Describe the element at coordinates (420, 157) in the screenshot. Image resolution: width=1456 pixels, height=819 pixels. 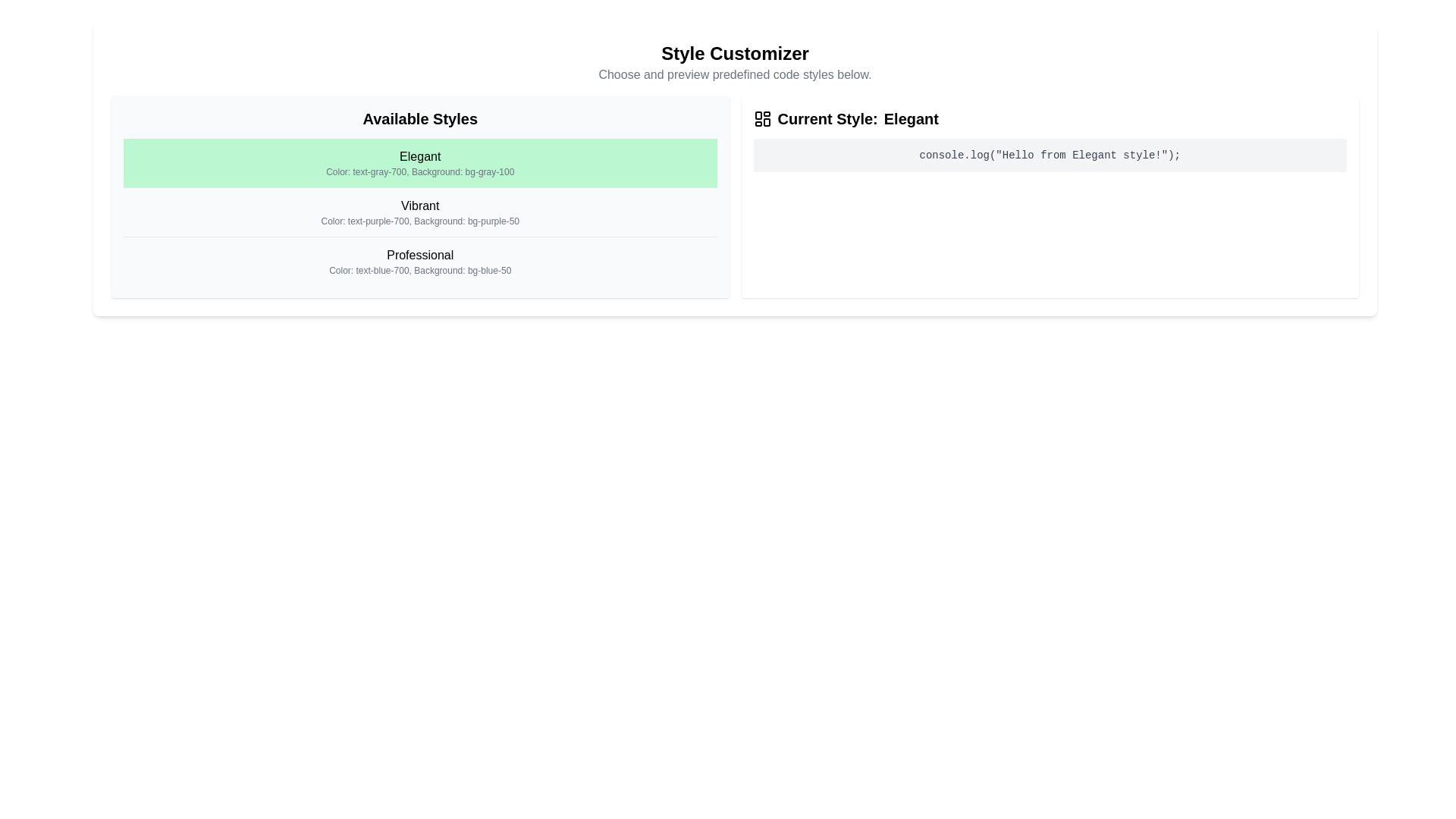
I see `the textual label displaying 'Elegant' which is the first option in the 'Available Styles' list, highlighted against a softly-colored green background` at that location.